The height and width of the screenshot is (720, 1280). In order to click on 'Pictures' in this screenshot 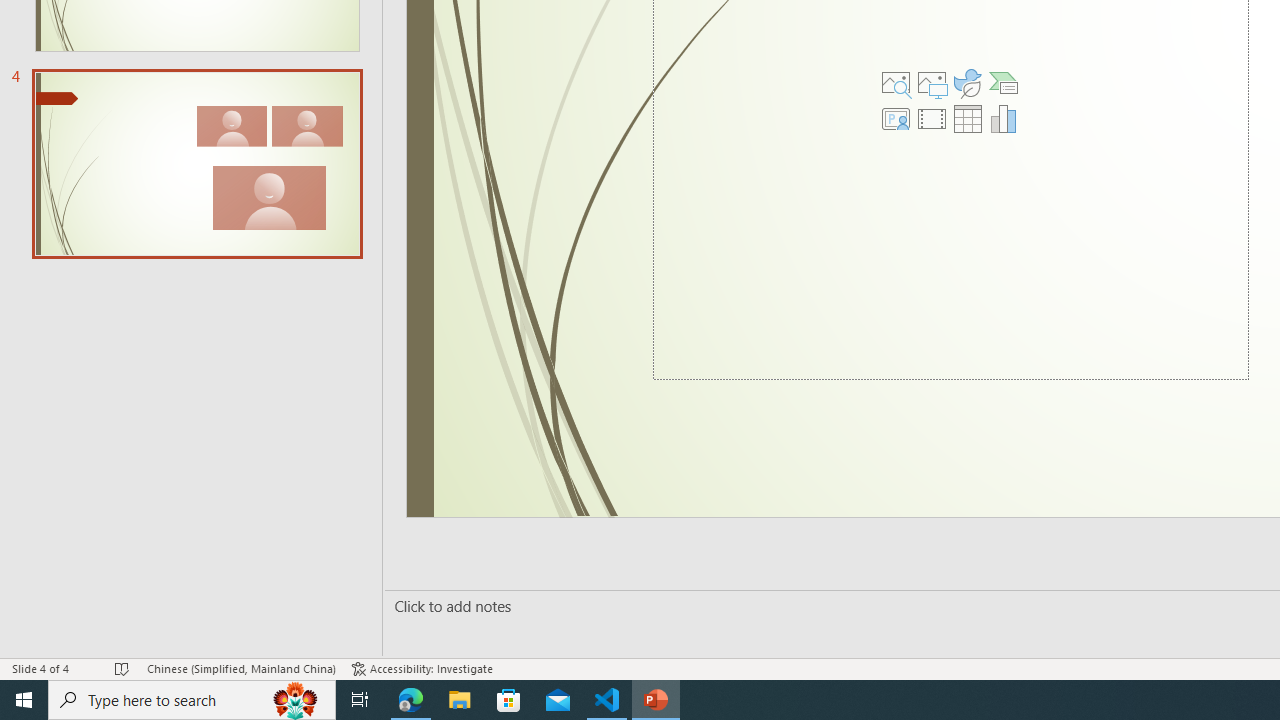, I will do `click(931, 82)`.